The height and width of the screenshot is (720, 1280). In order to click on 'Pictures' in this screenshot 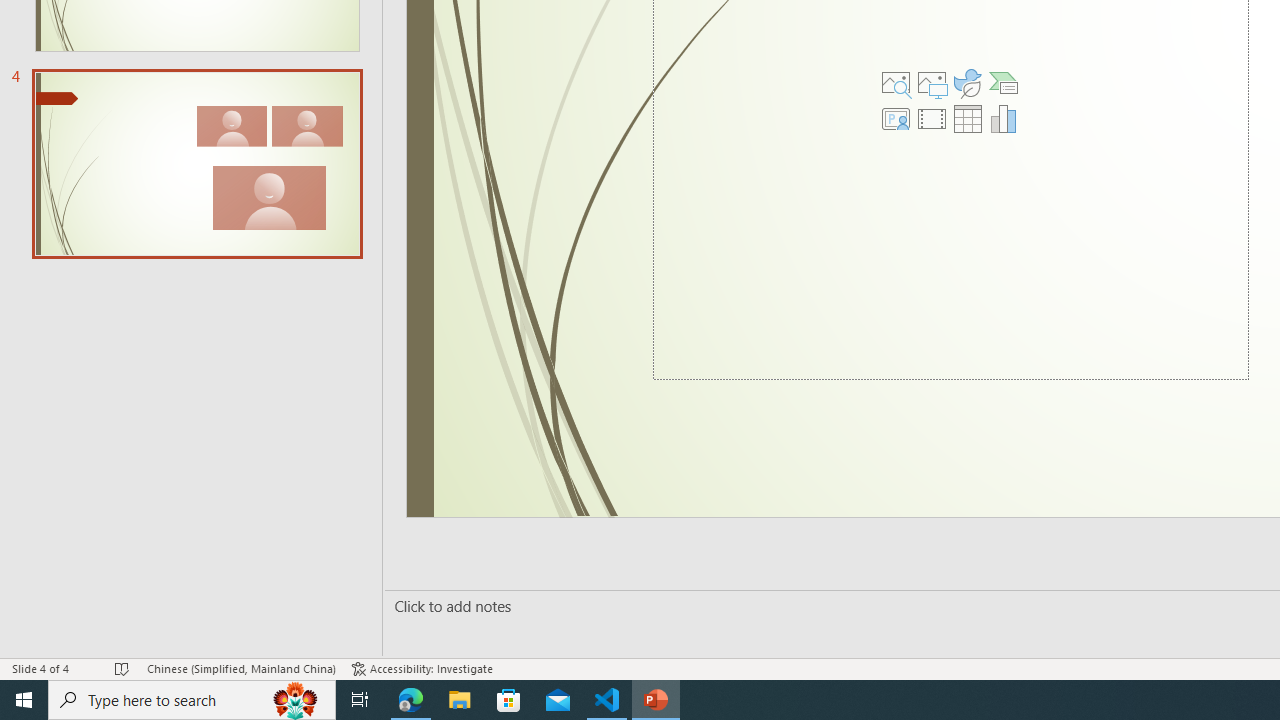, I will do `click(931, 82)`.